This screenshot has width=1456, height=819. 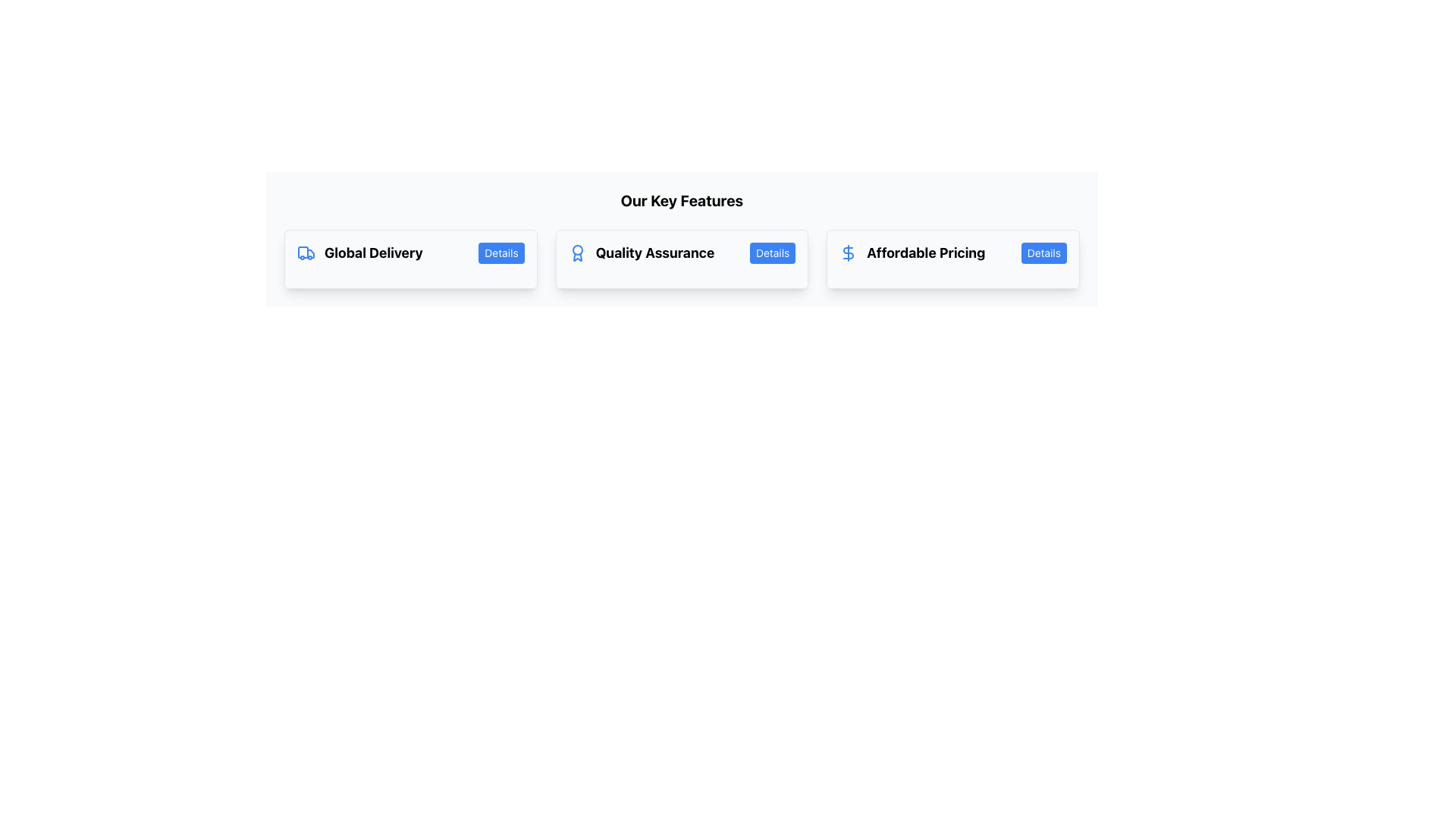 I want to click on the 'Quality Assurance' Text and Icon Group within the Card Component to trigger a visual effect, so click(x=681, y=253).